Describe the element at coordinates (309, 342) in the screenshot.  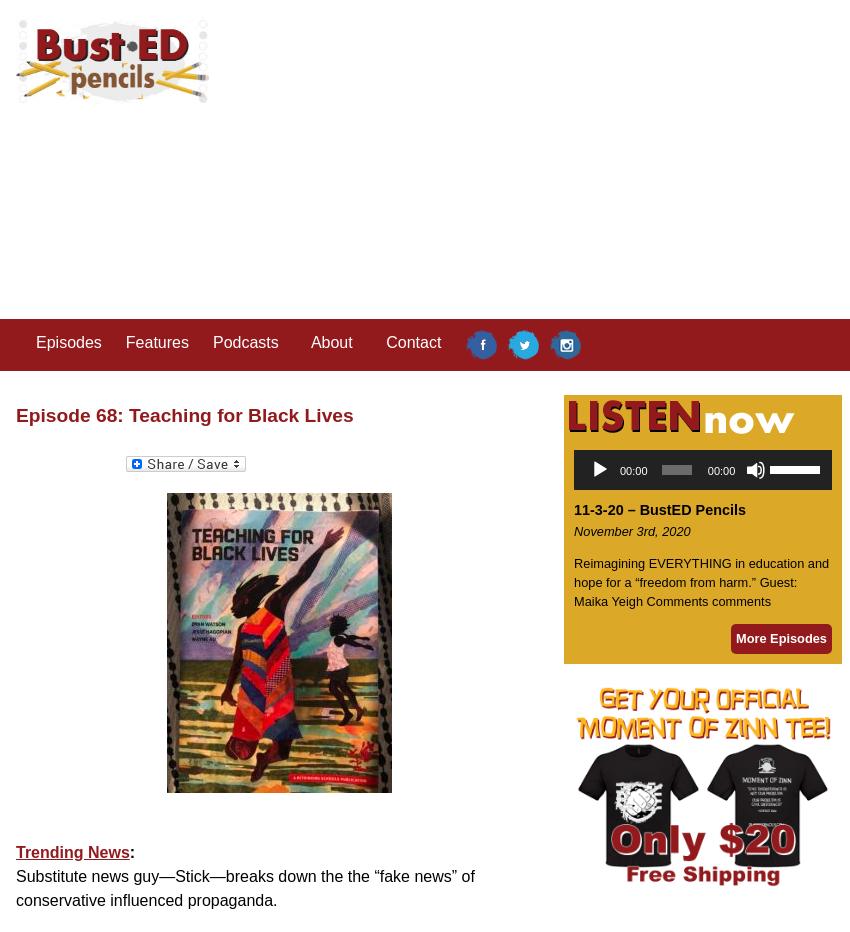
I see `'About'` at that location.